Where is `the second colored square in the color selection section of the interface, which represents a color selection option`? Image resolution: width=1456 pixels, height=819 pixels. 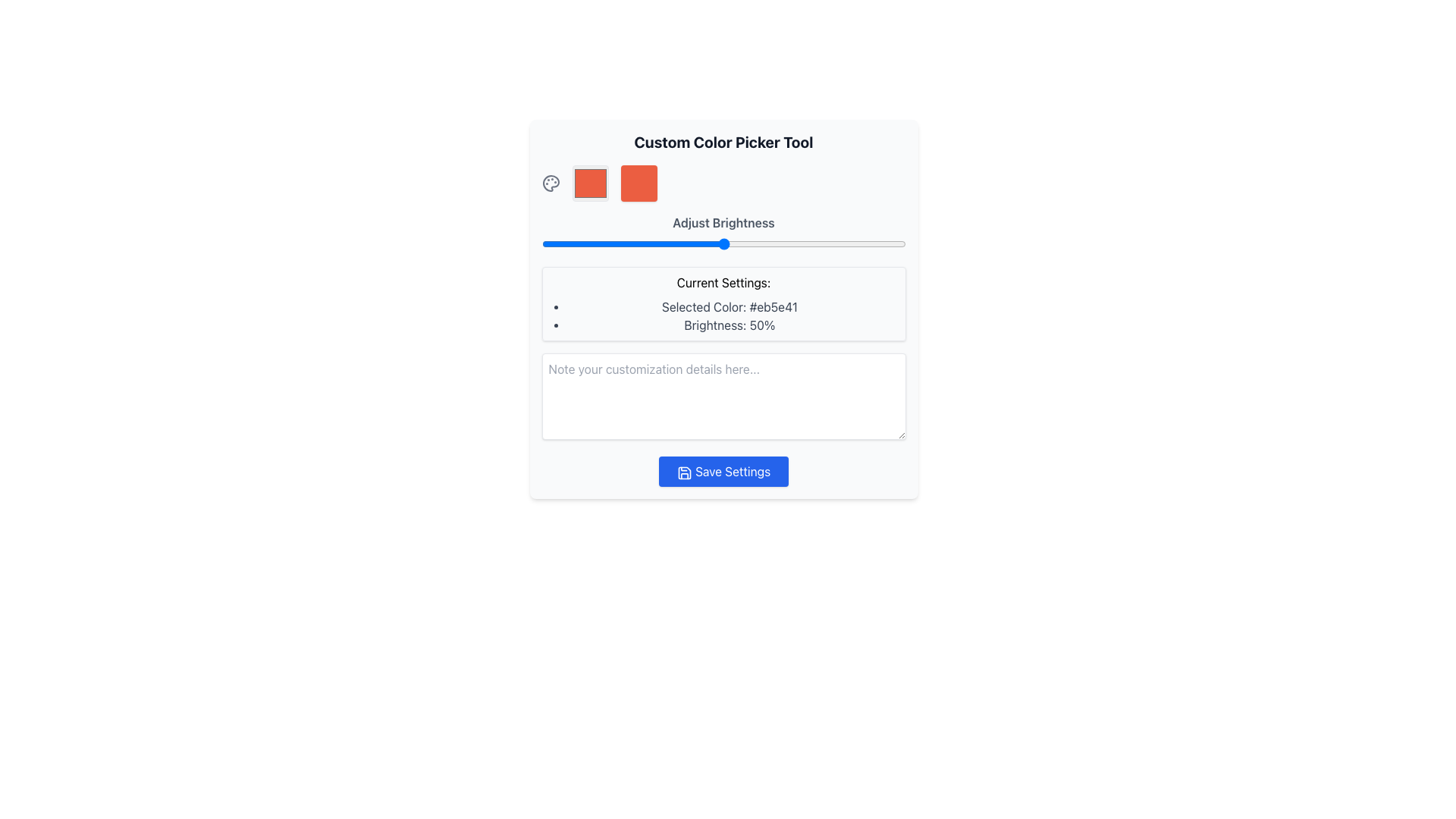
the second colored square in the color selection section of the interface, which represents a color selection option is located at coordinates (639, 183).